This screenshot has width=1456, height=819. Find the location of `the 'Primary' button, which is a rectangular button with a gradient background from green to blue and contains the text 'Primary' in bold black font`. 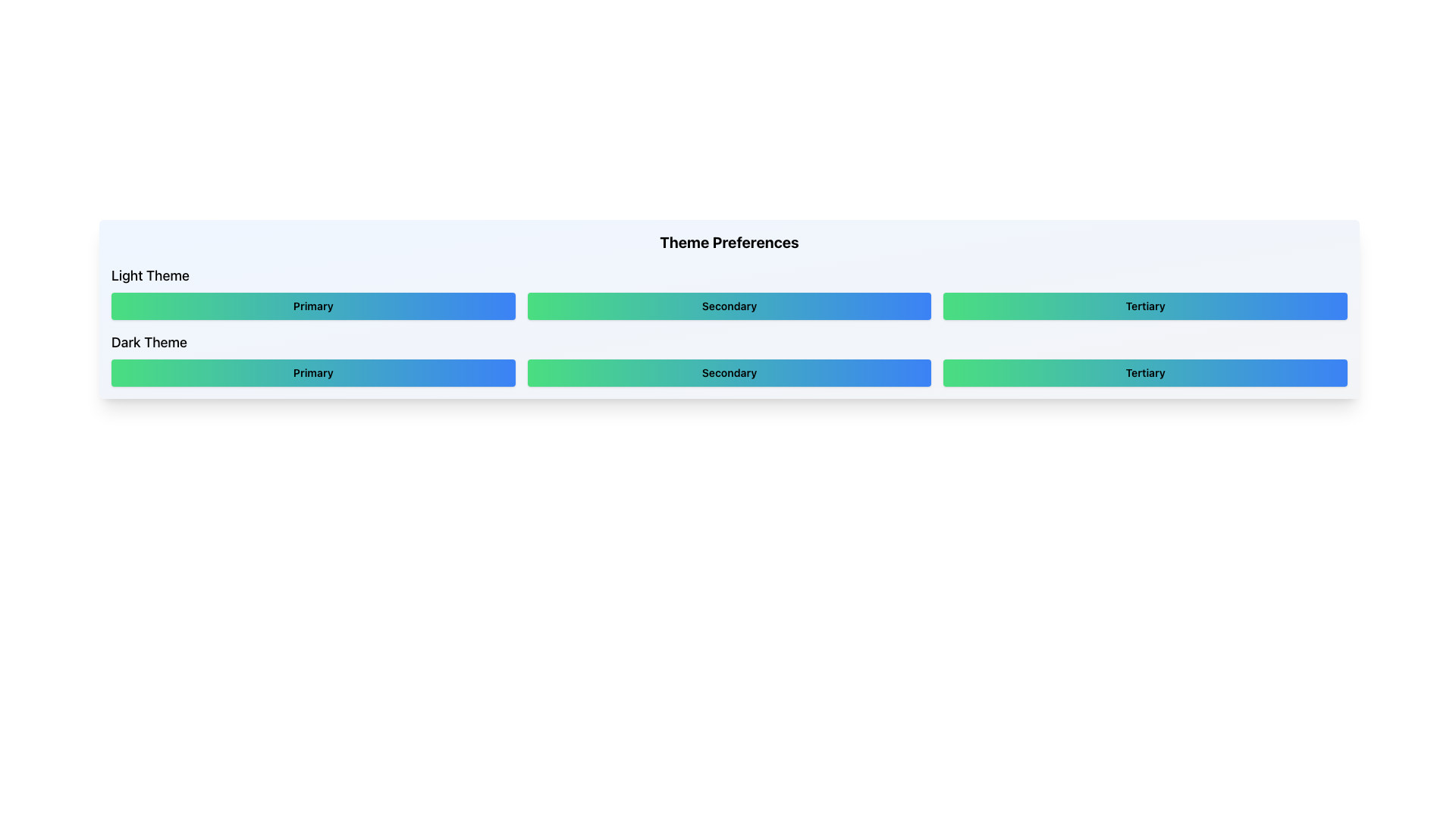

the 'Primary' button, which is a rectangular button with a gradient background from green to blue and contains the text 'Primary' in bold black font is located at coordinates (312, 306).